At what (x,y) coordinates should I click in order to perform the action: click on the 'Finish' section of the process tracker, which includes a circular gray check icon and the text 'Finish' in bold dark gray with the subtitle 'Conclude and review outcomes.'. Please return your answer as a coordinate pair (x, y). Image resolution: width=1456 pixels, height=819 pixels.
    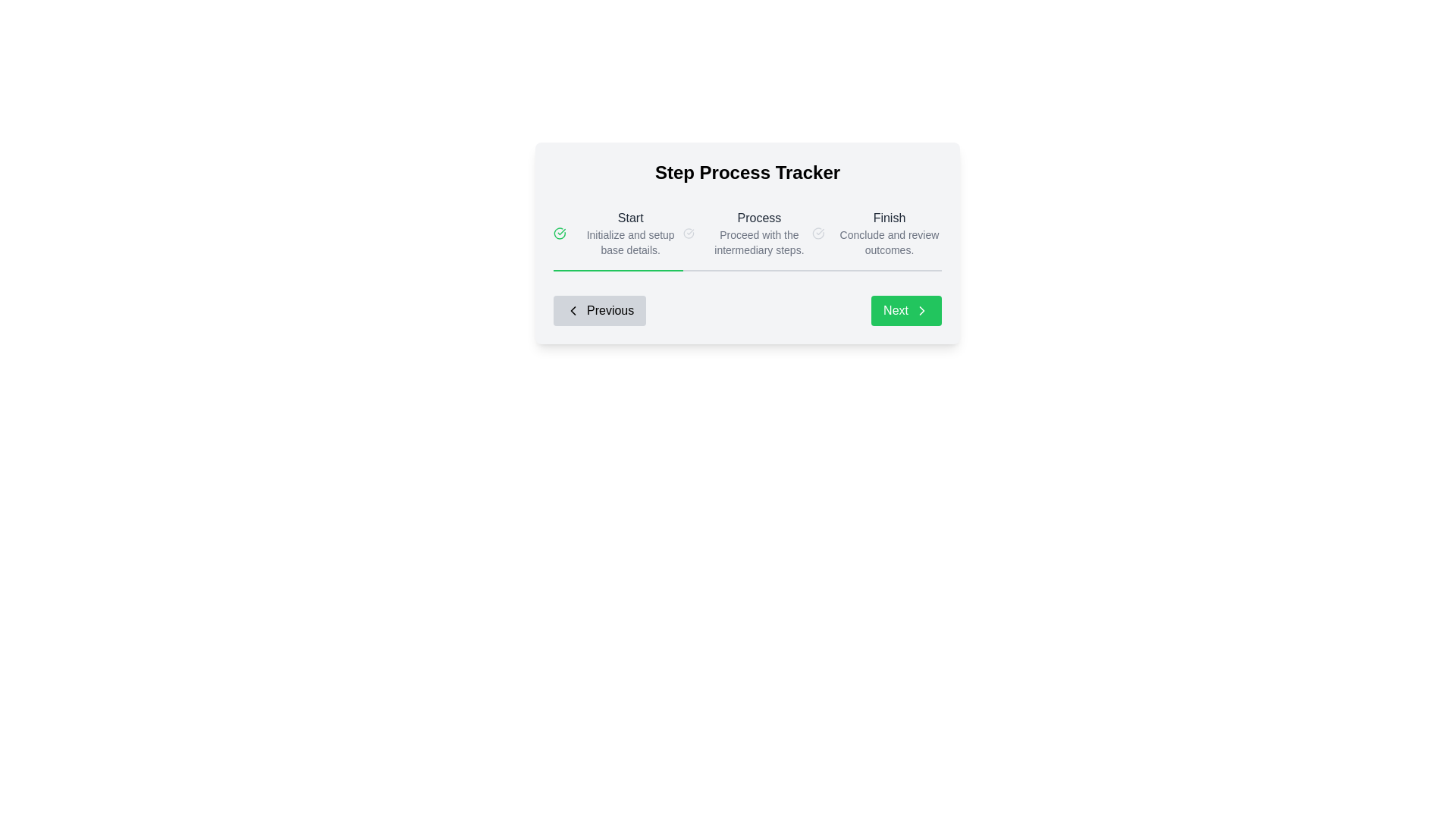
    Looking at the image, I should click on (877, 234).